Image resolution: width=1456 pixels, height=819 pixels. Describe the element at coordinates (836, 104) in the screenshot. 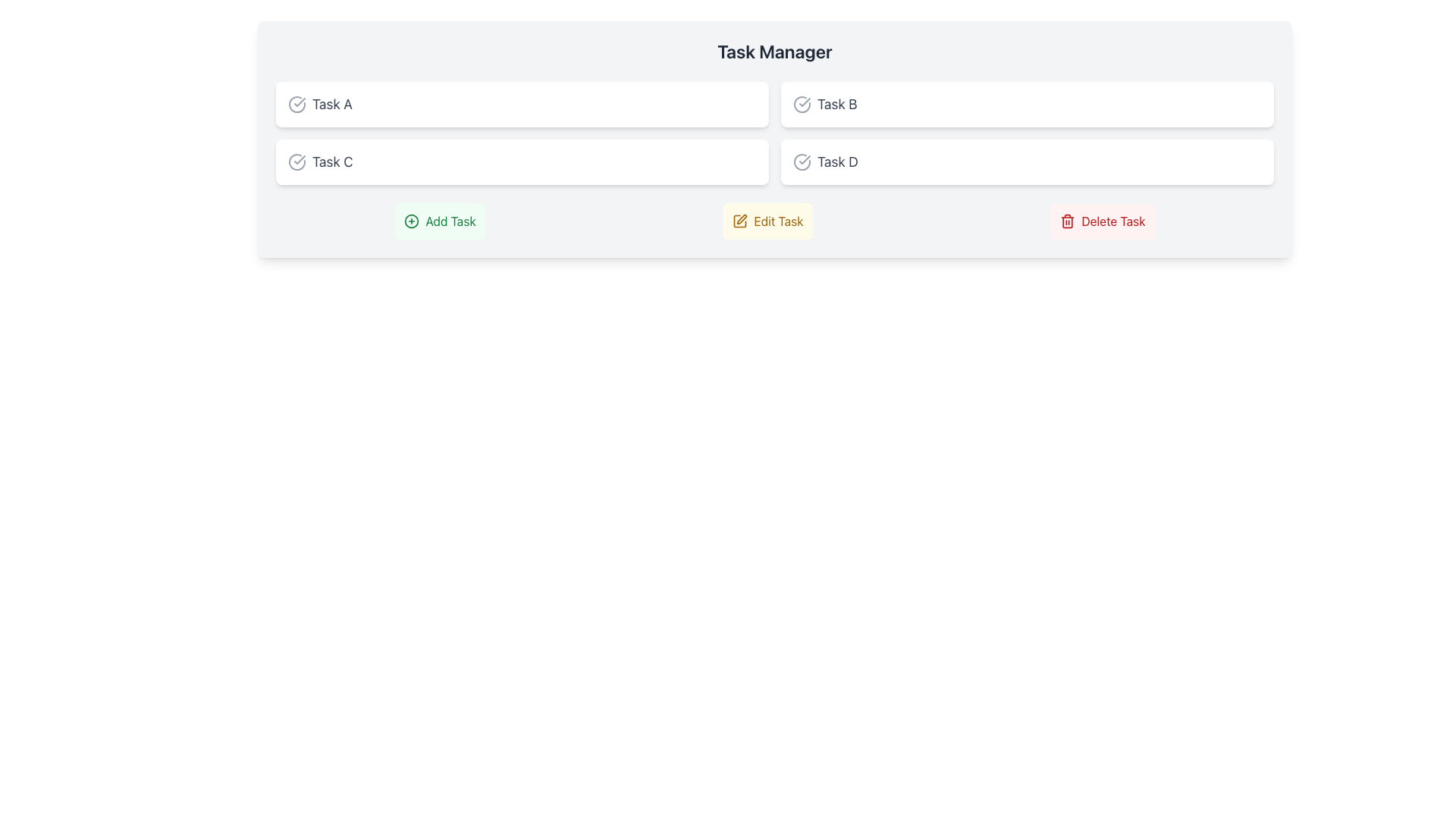

I see `the text label displaying 'Task B' located in the second card of the task list interface` at that location.